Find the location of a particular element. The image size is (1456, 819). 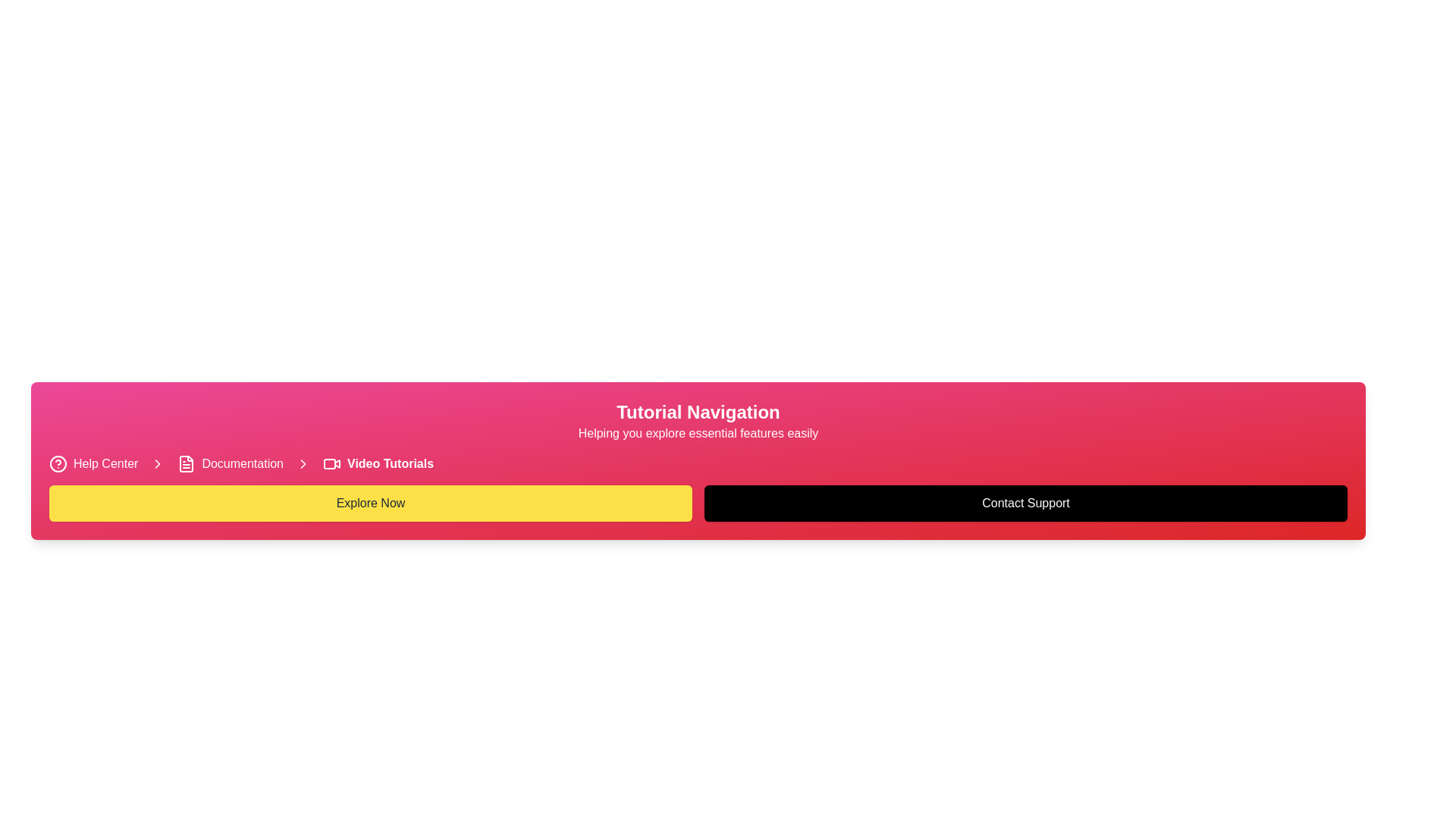

the Text header with subtitle that includes 'Tutorial Navigation' and 'Helping you explore essential features easily', which is styled in bold and medium weight fonts and is centered against a vibrant pink-to-red gradient background is located at coordinates (698, 421).